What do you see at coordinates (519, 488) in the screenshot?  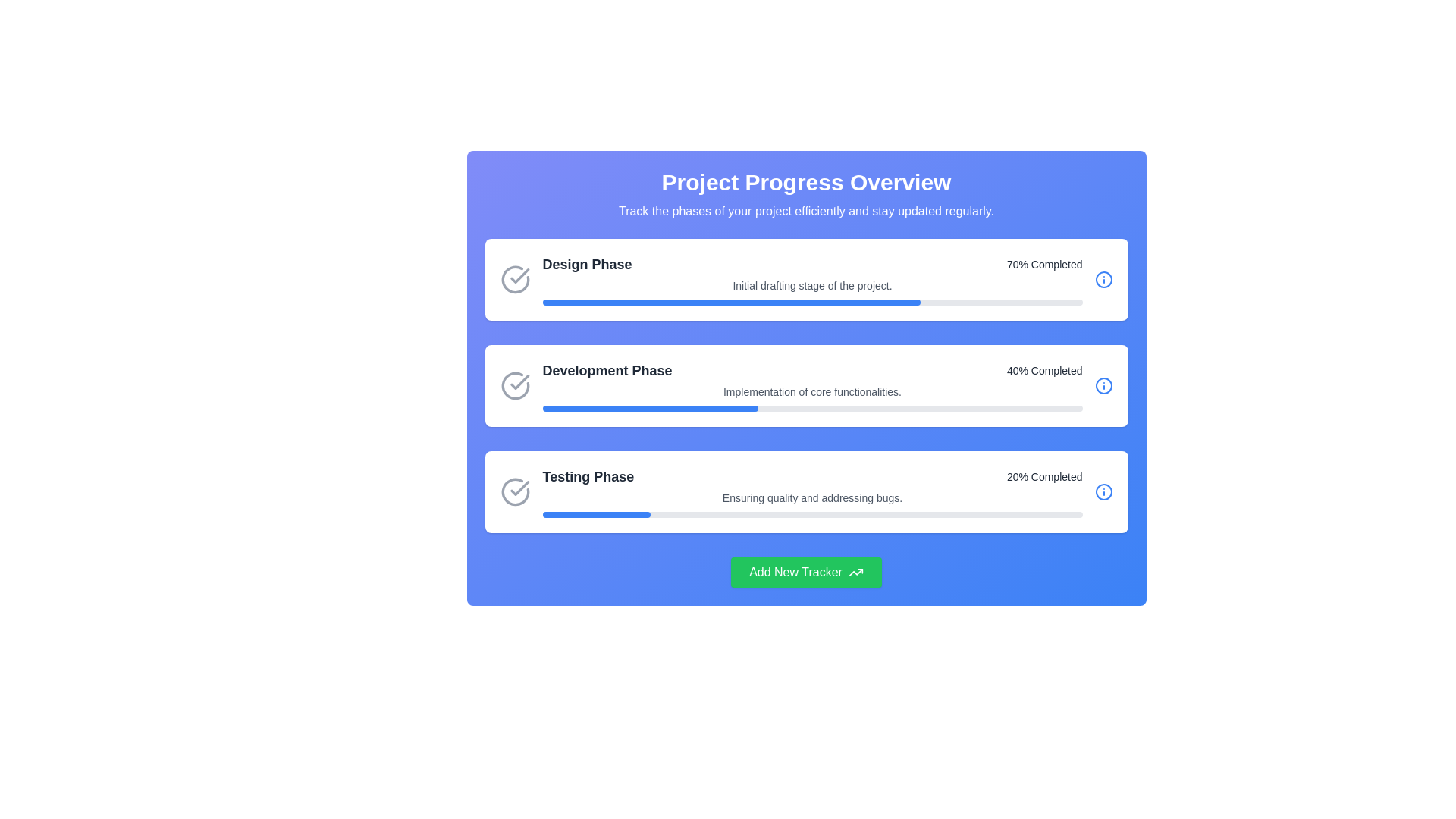 I see `the Icon (Checkmark within a Circle) located in the 'Testing Phase' progress tracker panel, positioned towards the left side of the panel` at bounding box center [519, 488].